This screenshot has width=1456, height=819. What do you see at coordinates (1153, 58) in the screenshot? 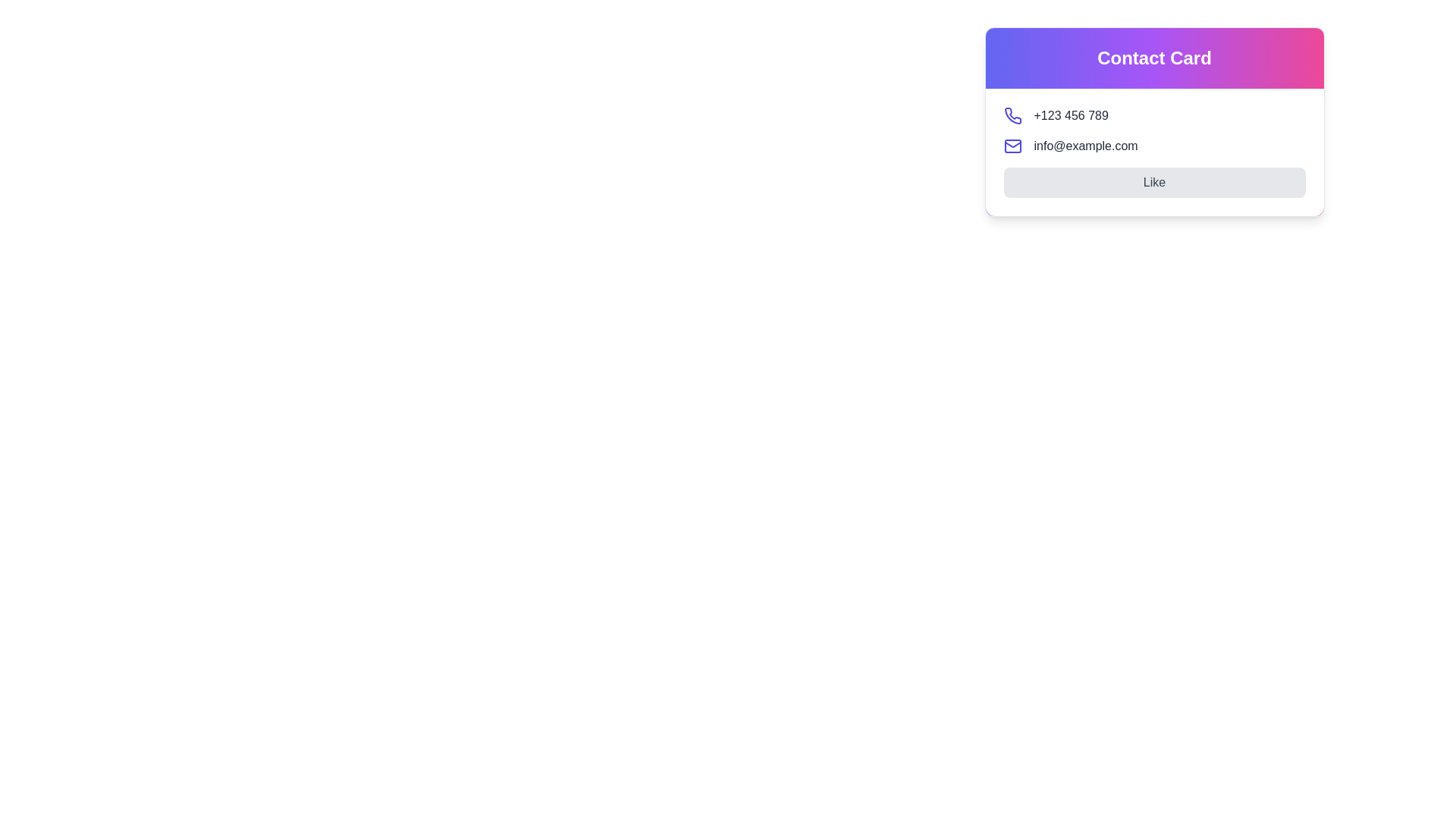
I see `the Static Text element that serves as the title for the 'Contact Card' component, located at the top of the component` at bounding box center [1153, 58].